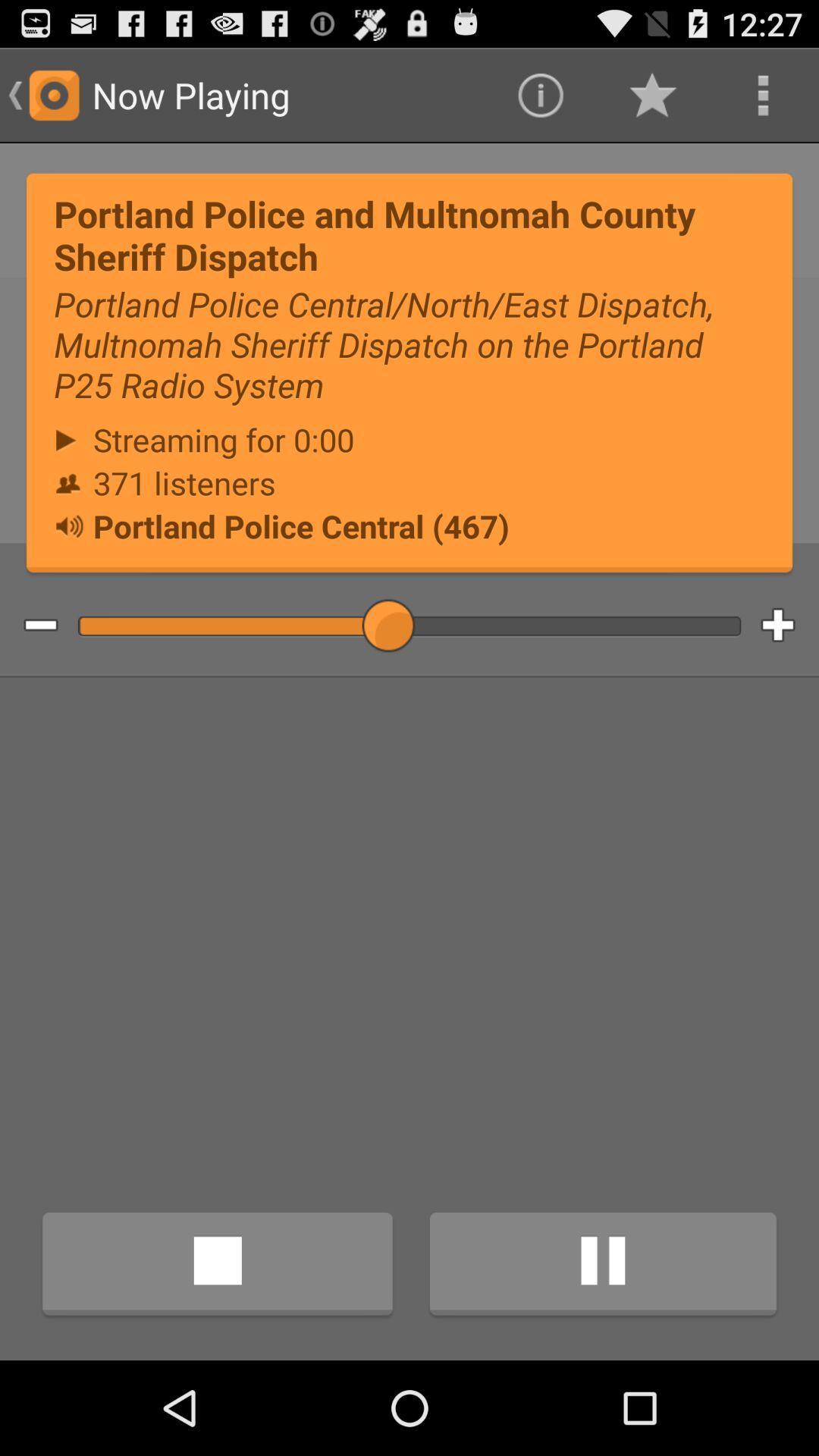 This screenshot has height=1456, width=819. I want to click on app above the portland police and icon, so click(651, 94).